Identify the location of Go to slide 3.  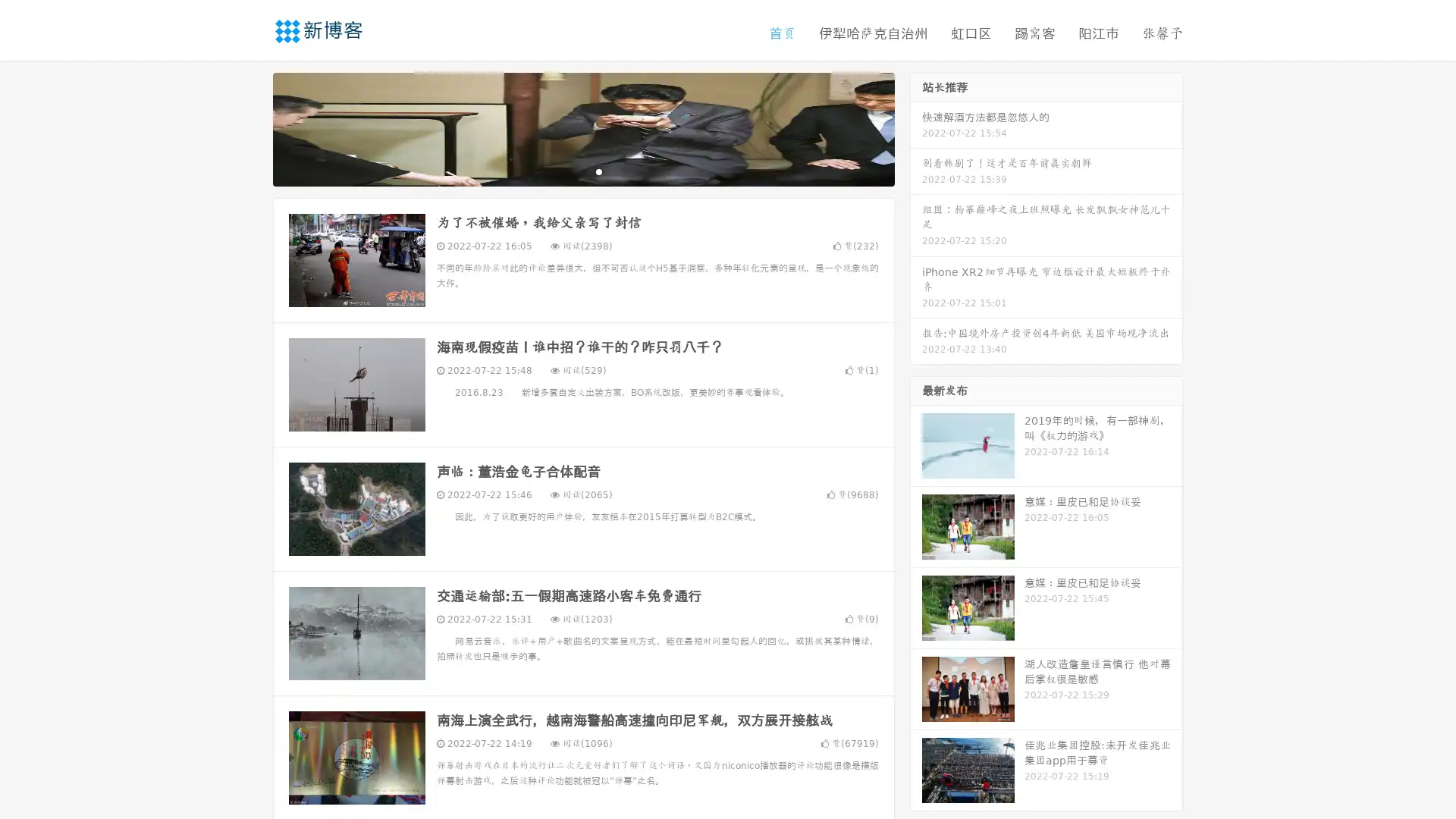
(598, 171).